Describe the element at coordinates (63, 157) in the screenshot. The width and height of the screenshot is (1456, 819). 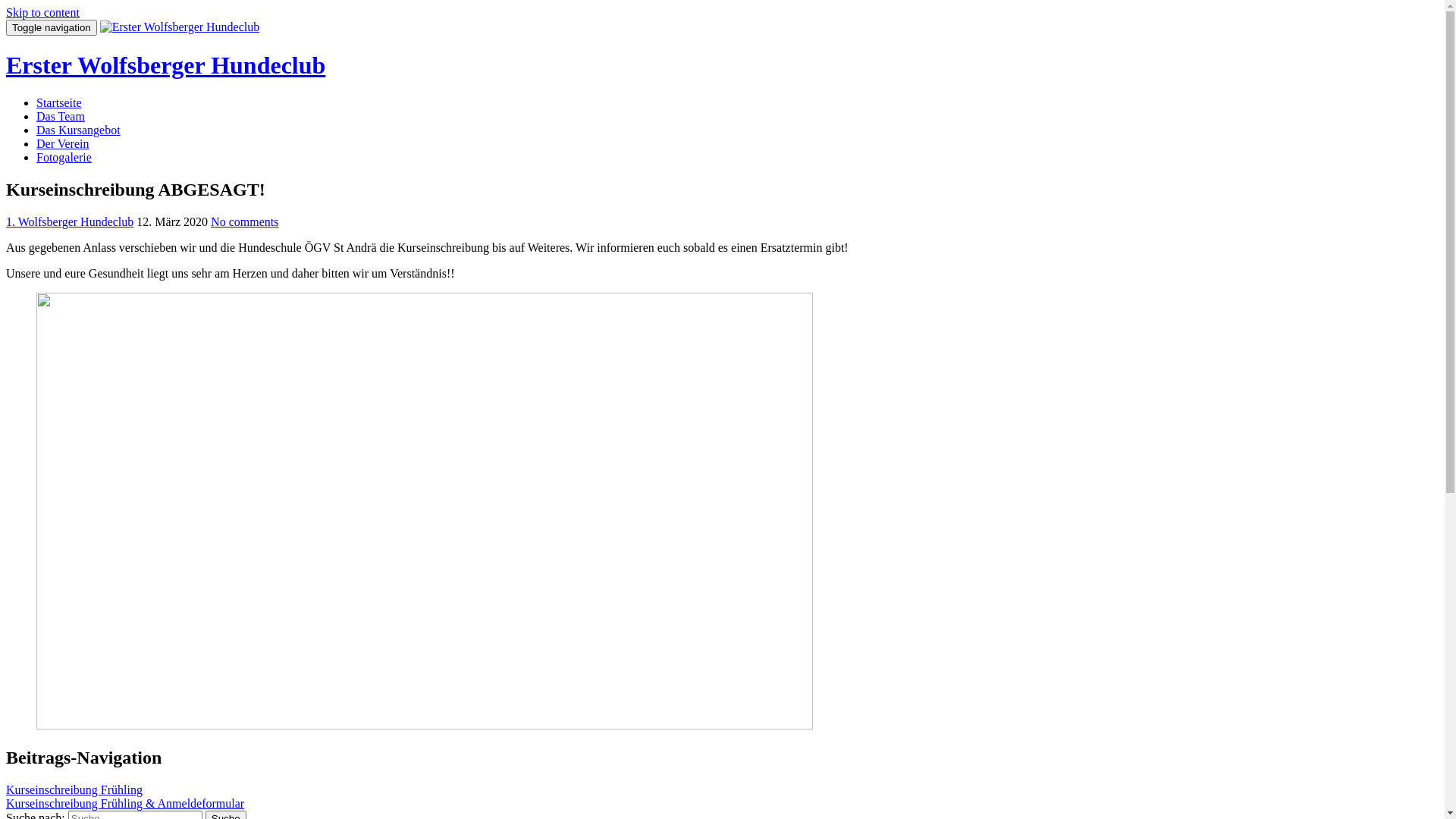
I see `'Fotogalerie'` at that location.